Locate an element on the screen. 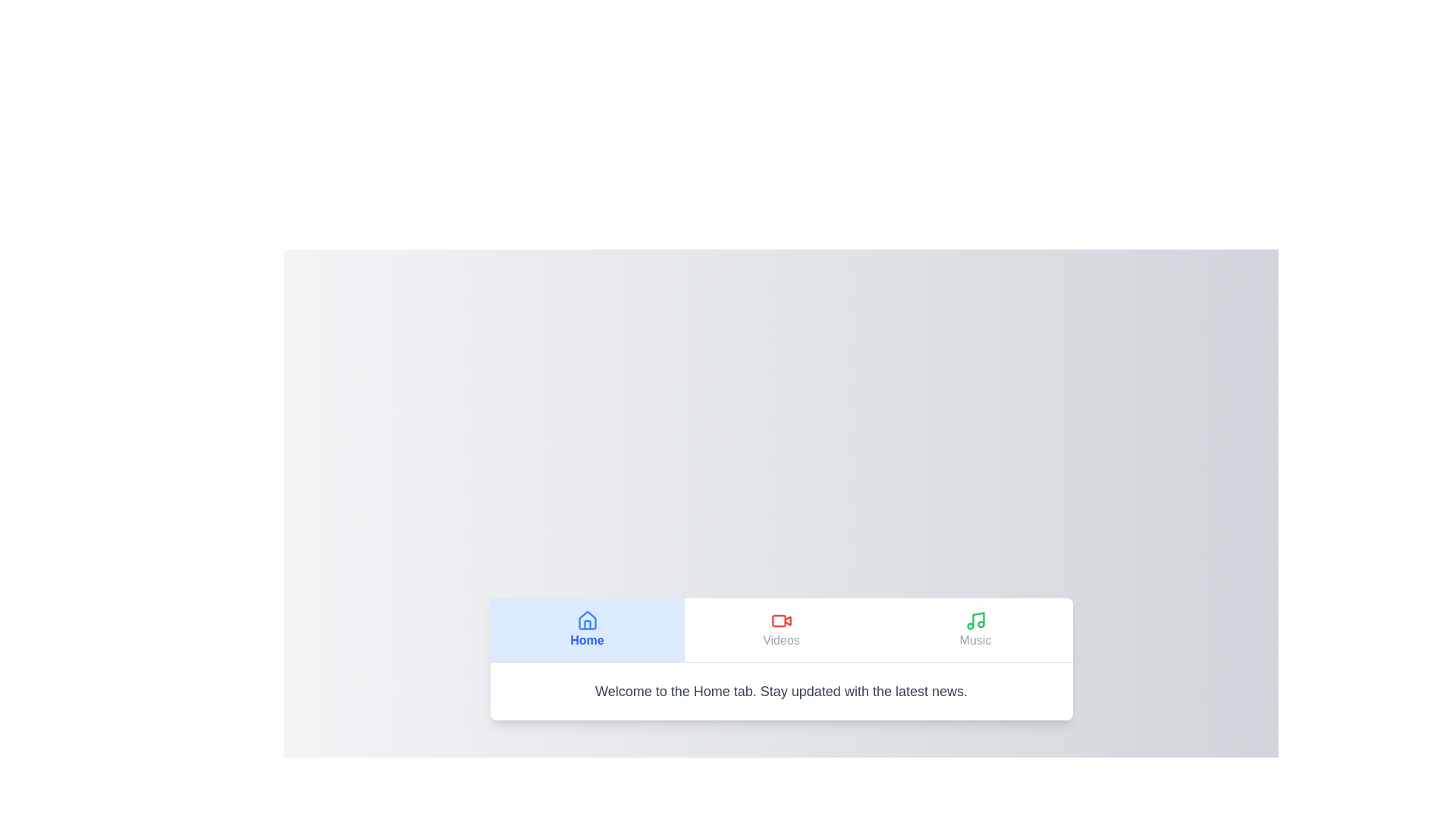 Image resolution: width=1456 pixels, height=819 pixels. the Home icon to activate the corresponding tab is located at coordinates (586, 620).